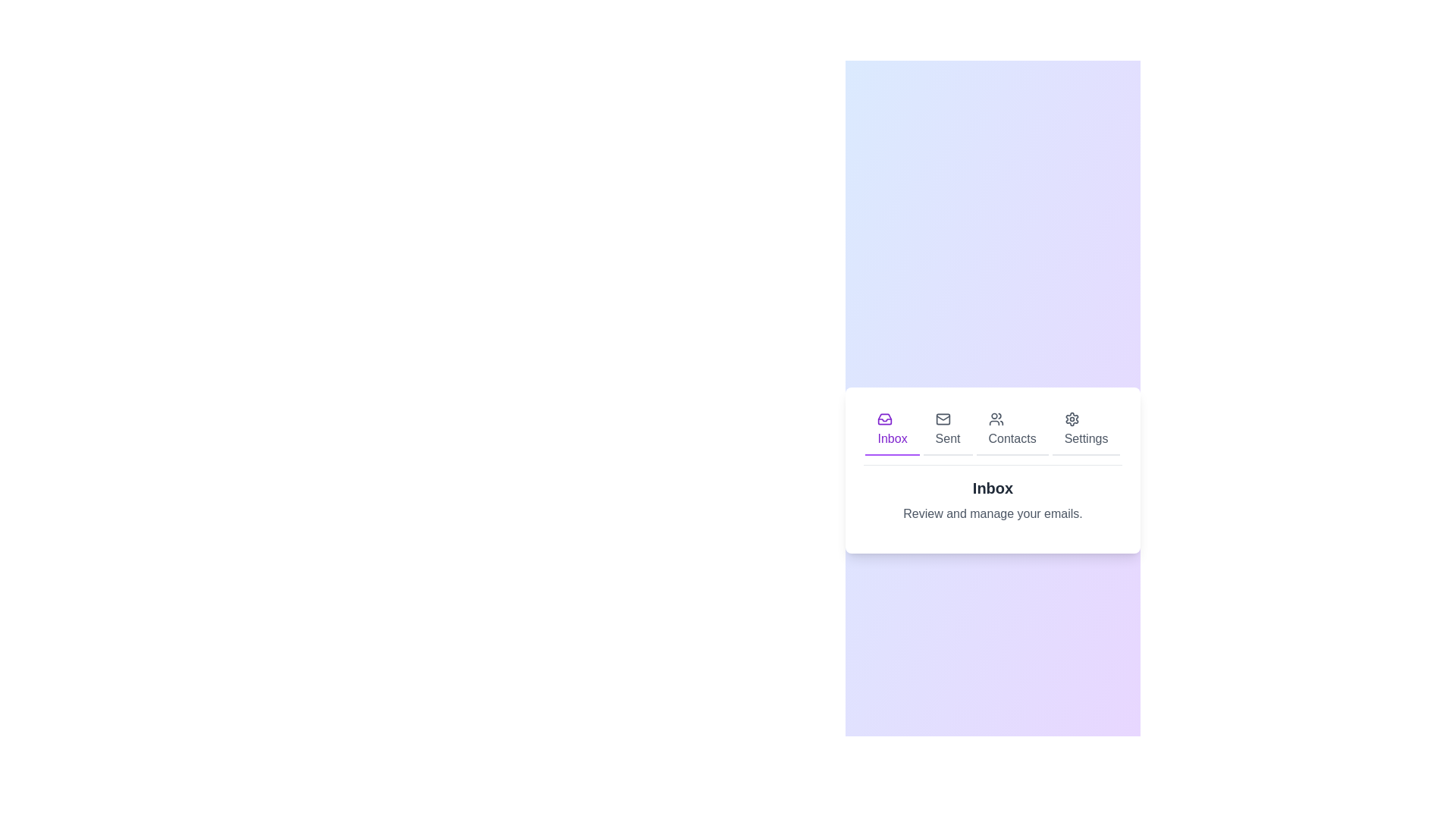  Describe the element at coordinates (1084, 430) in the screenshot. I see `the tab labeled 'Settings' to view its content` at that location.